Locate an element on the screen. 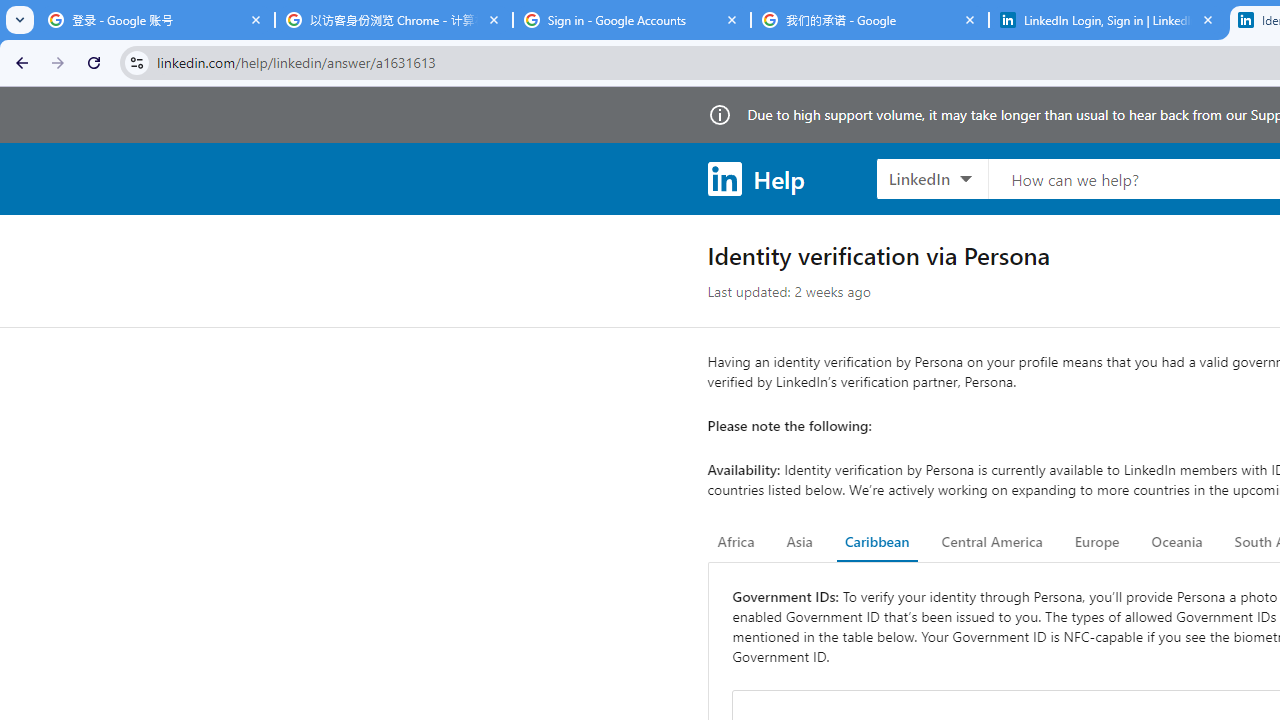 This screenshot has height=720, width=1280. 'LinkedIn Login, Sign in | LinkedIn' is located at coordinates (1107, 20).